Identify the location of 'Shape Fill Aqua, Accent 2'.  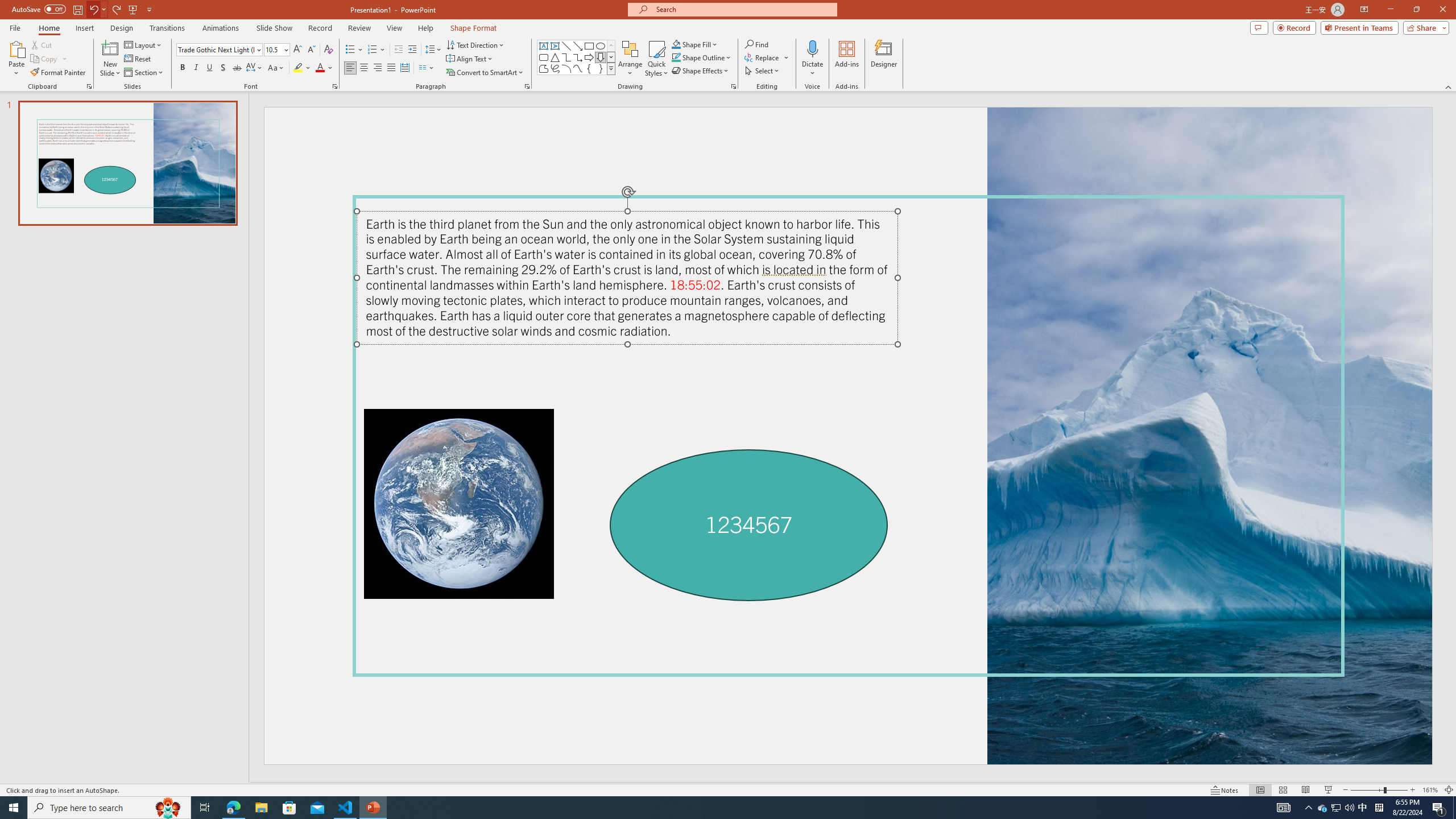
(676, 44).